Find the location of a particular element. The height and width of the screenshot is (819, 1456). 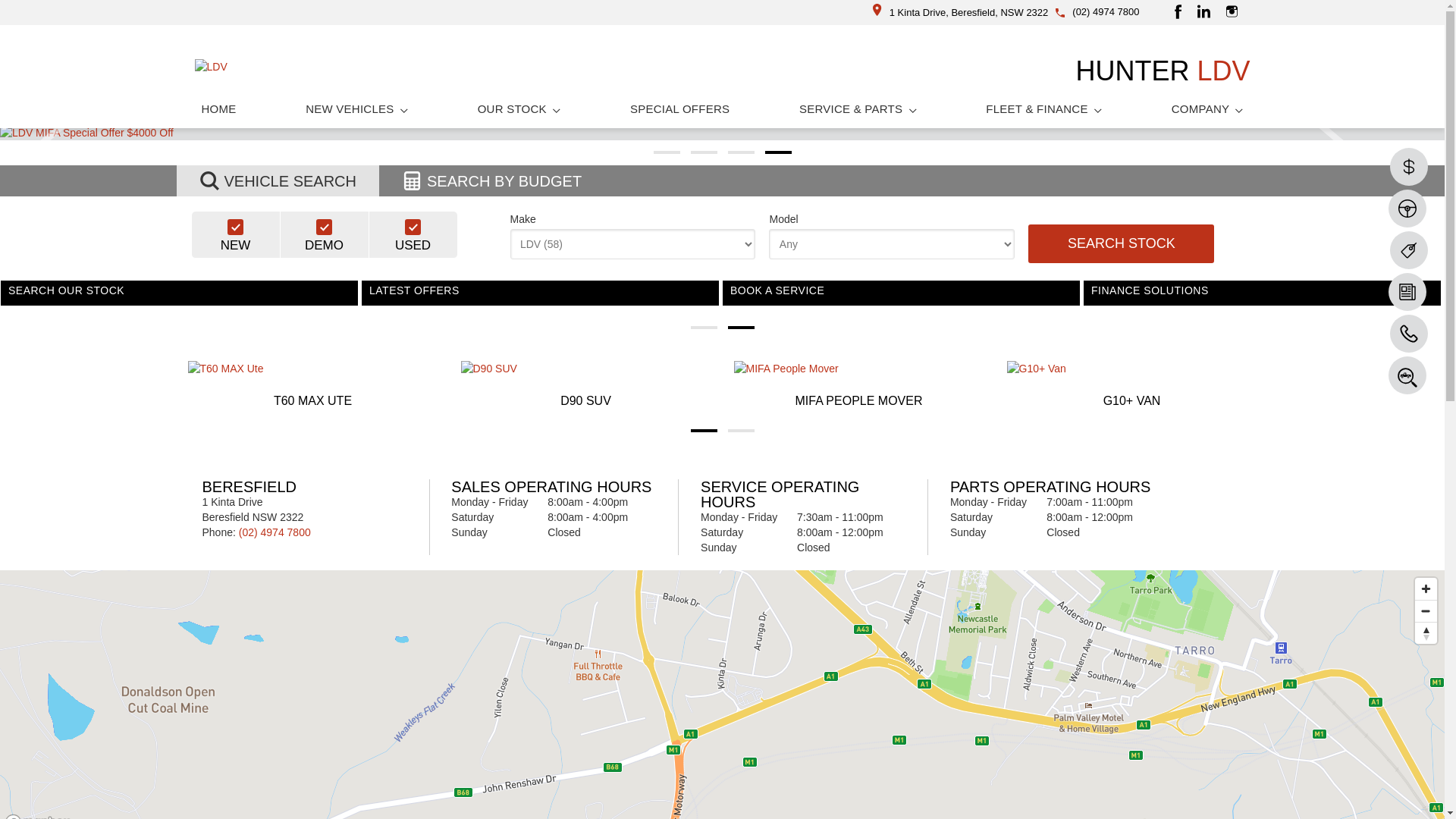

'(02) 4974 7800' is located at coordinates (275, 532).